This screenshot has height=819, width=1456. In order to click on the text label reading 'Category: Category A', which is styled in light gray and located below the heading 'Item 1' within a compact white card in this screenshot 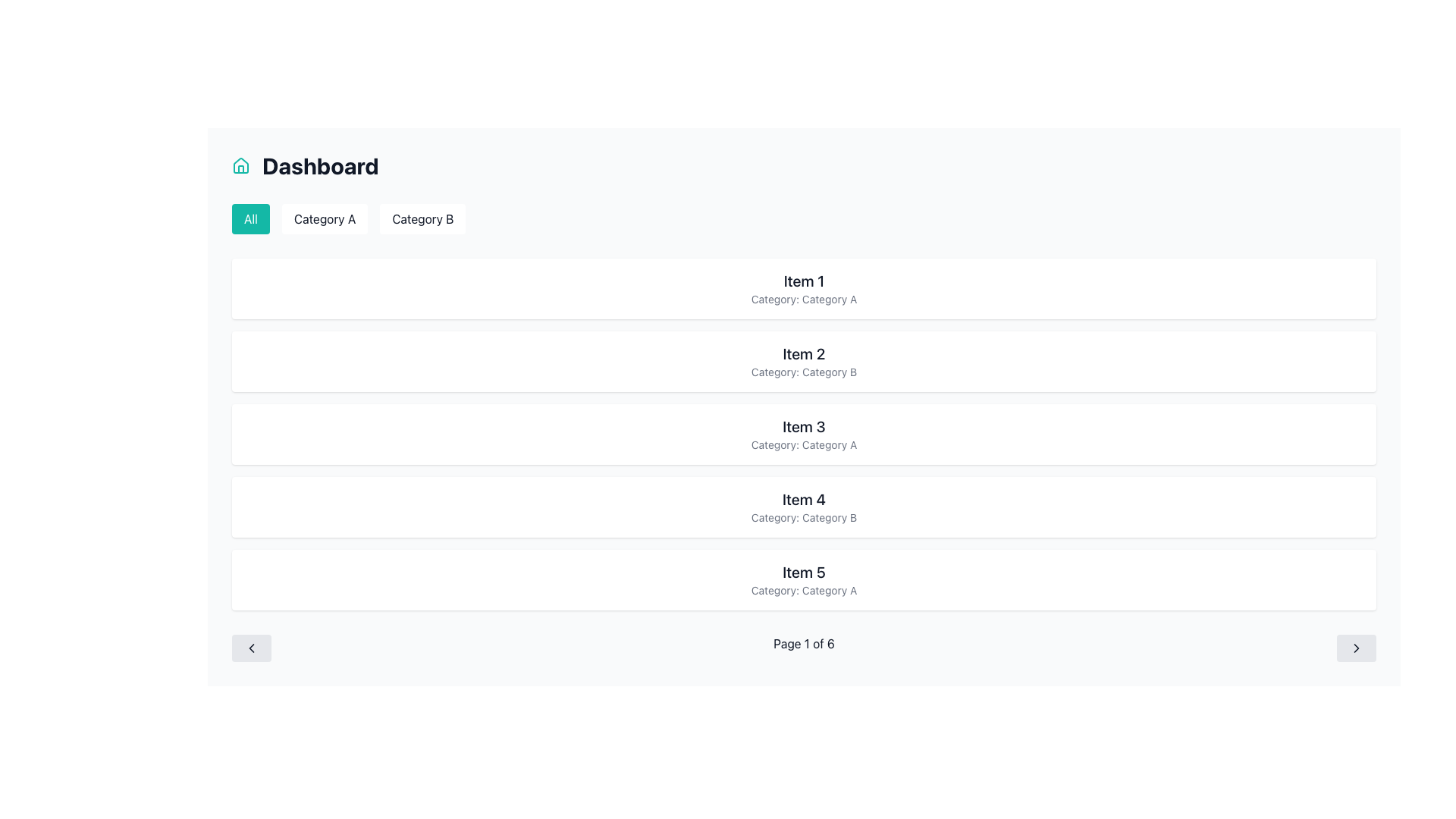, I will do `click(803, 299)`.